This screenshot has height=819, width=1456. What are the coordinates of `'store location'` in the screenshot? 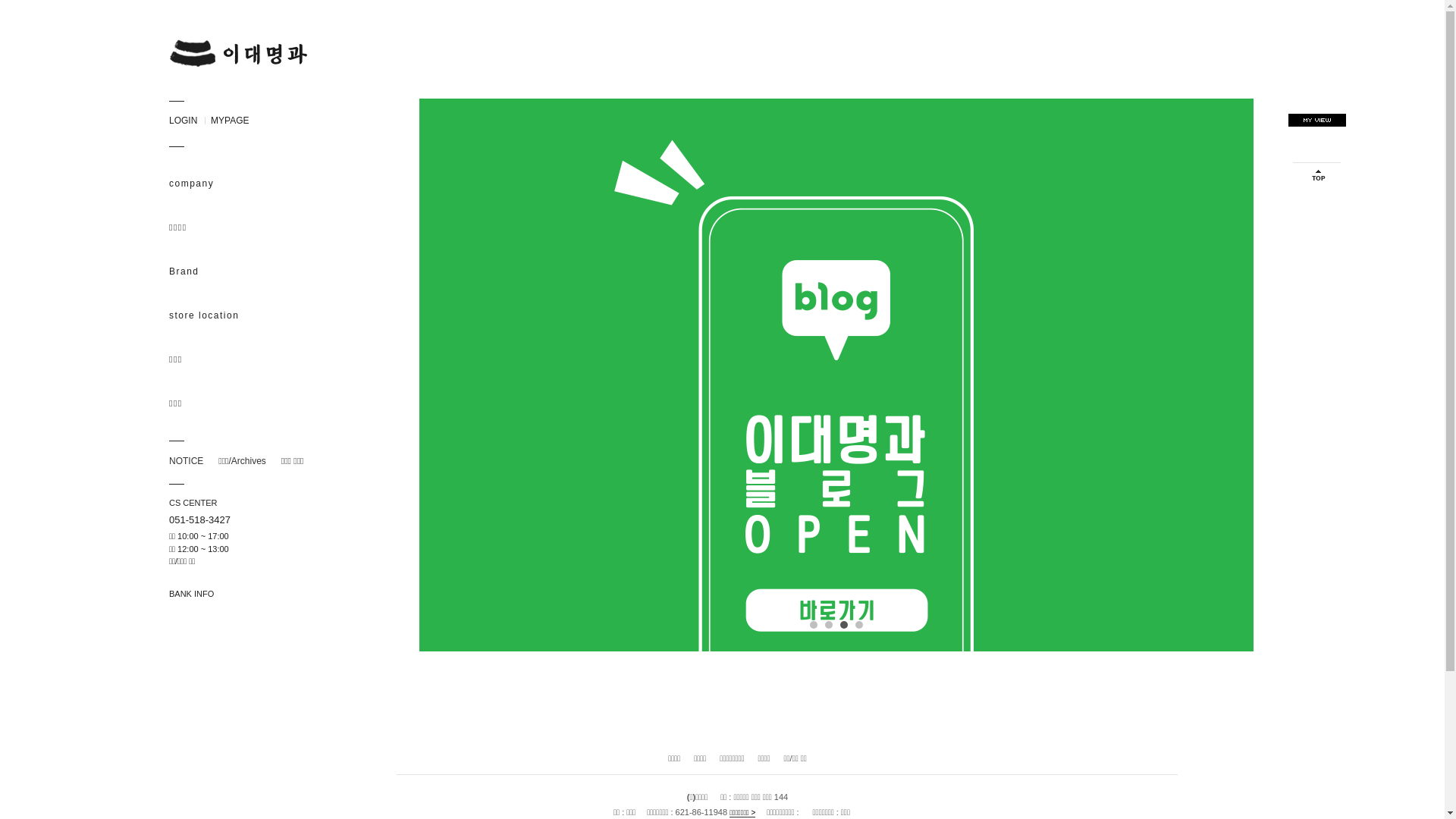 It's located at (252, 315).